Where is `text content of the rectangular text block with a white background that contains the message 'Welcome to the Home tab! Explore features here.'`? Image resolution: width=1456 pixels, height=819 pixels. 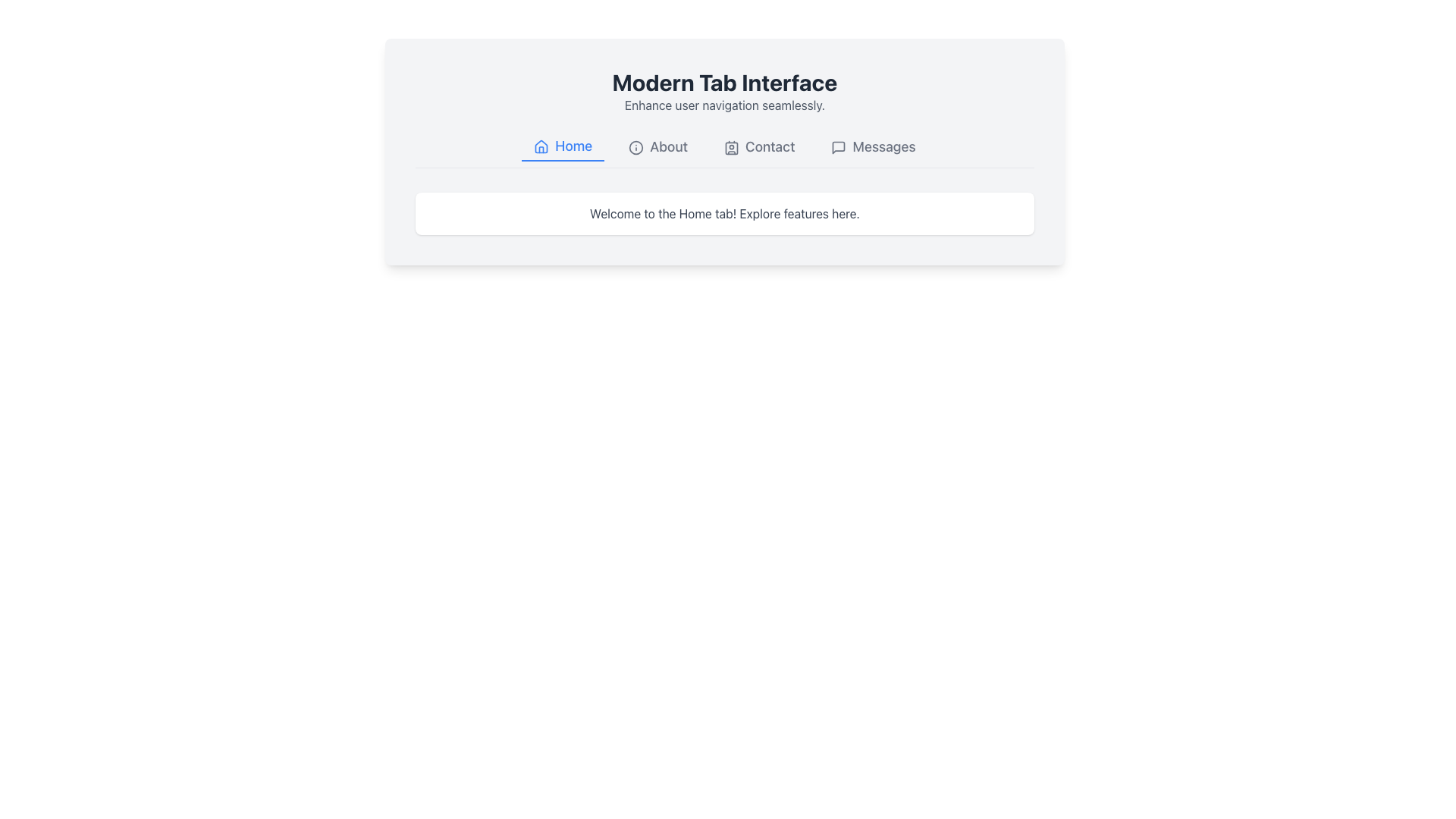
text content of the rectangular text block with a white background that contains the message 'Welcome to the Home tab! Explore features here.' is located at coordinates (723, 213).